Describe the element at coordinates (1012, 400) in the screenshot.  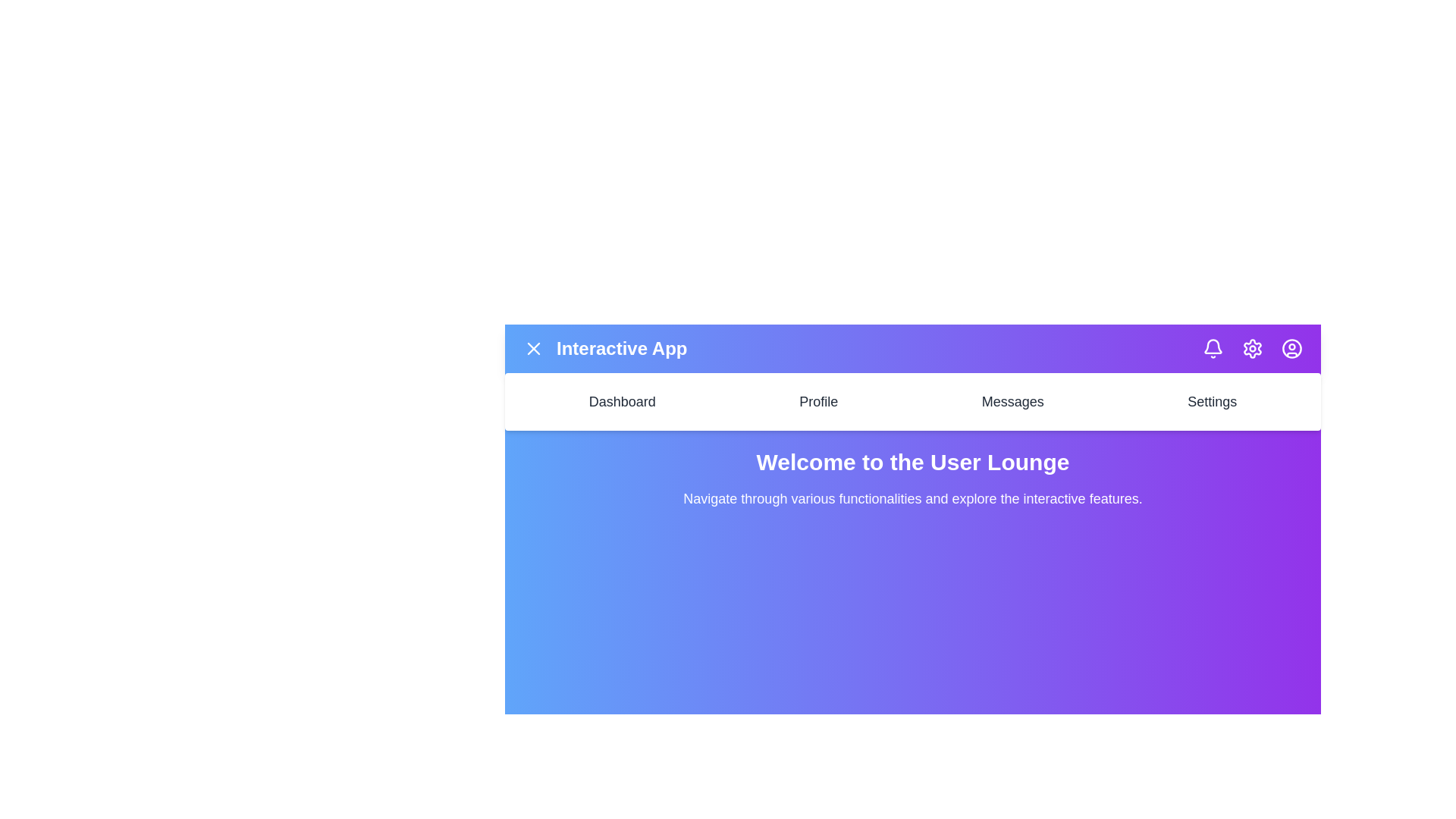
I see `the Messages navigation menu item` at that location.